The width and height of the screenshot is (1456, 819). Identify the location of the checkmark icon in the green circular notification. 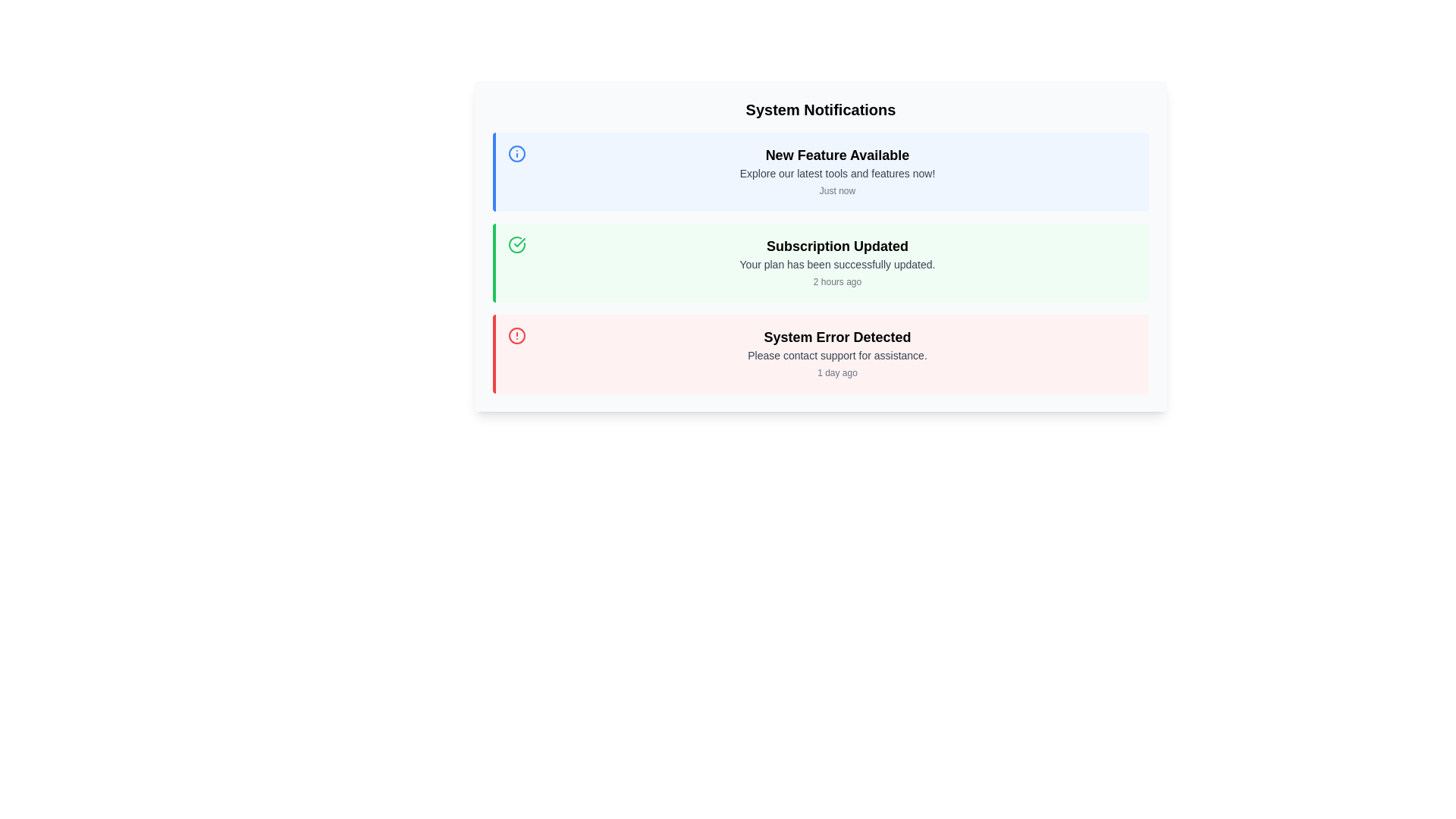
(519, 242).